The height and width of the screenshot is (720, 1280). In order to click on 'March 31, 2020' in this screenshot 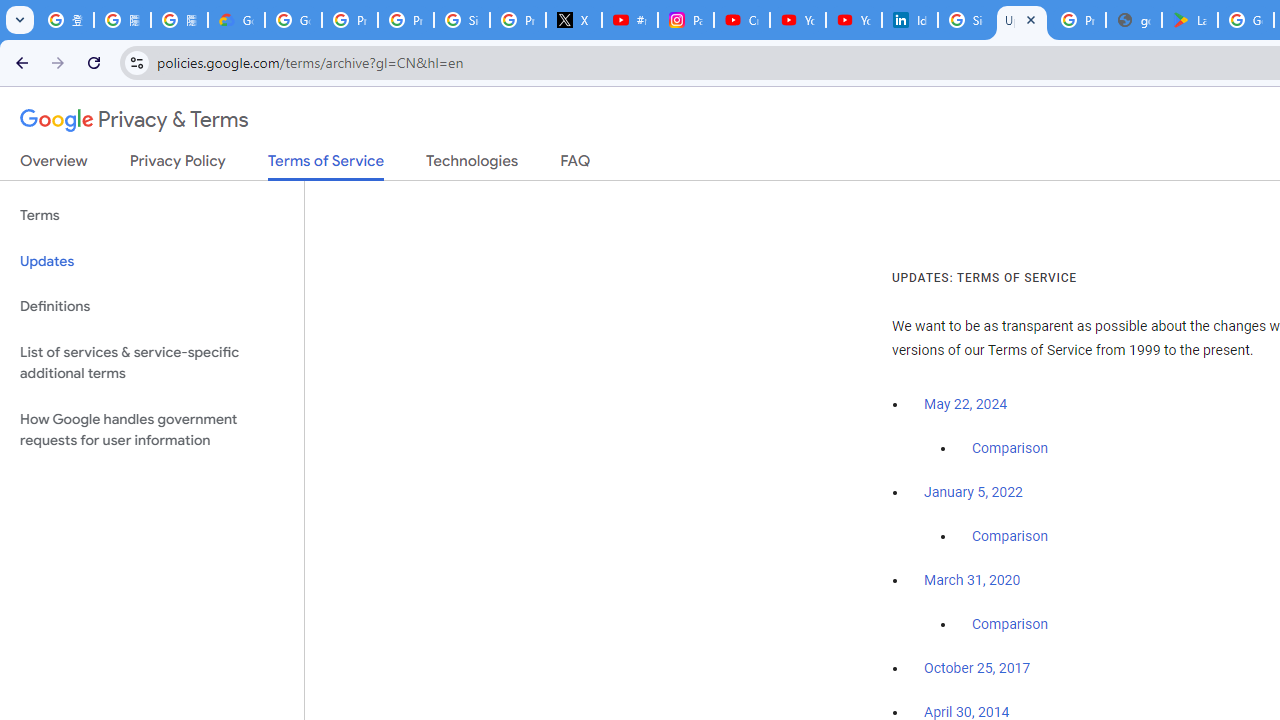, I will do `click(972, 580)`.